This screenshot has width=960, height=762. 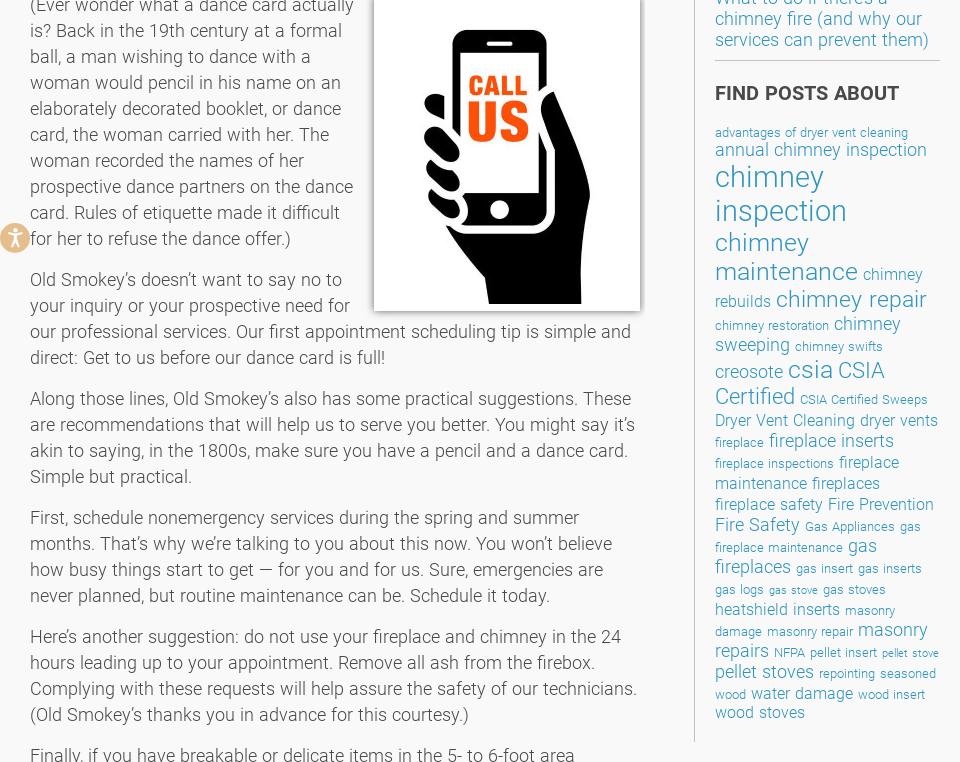 I want to click on 'pellet stove', so click(x=910, y=652).